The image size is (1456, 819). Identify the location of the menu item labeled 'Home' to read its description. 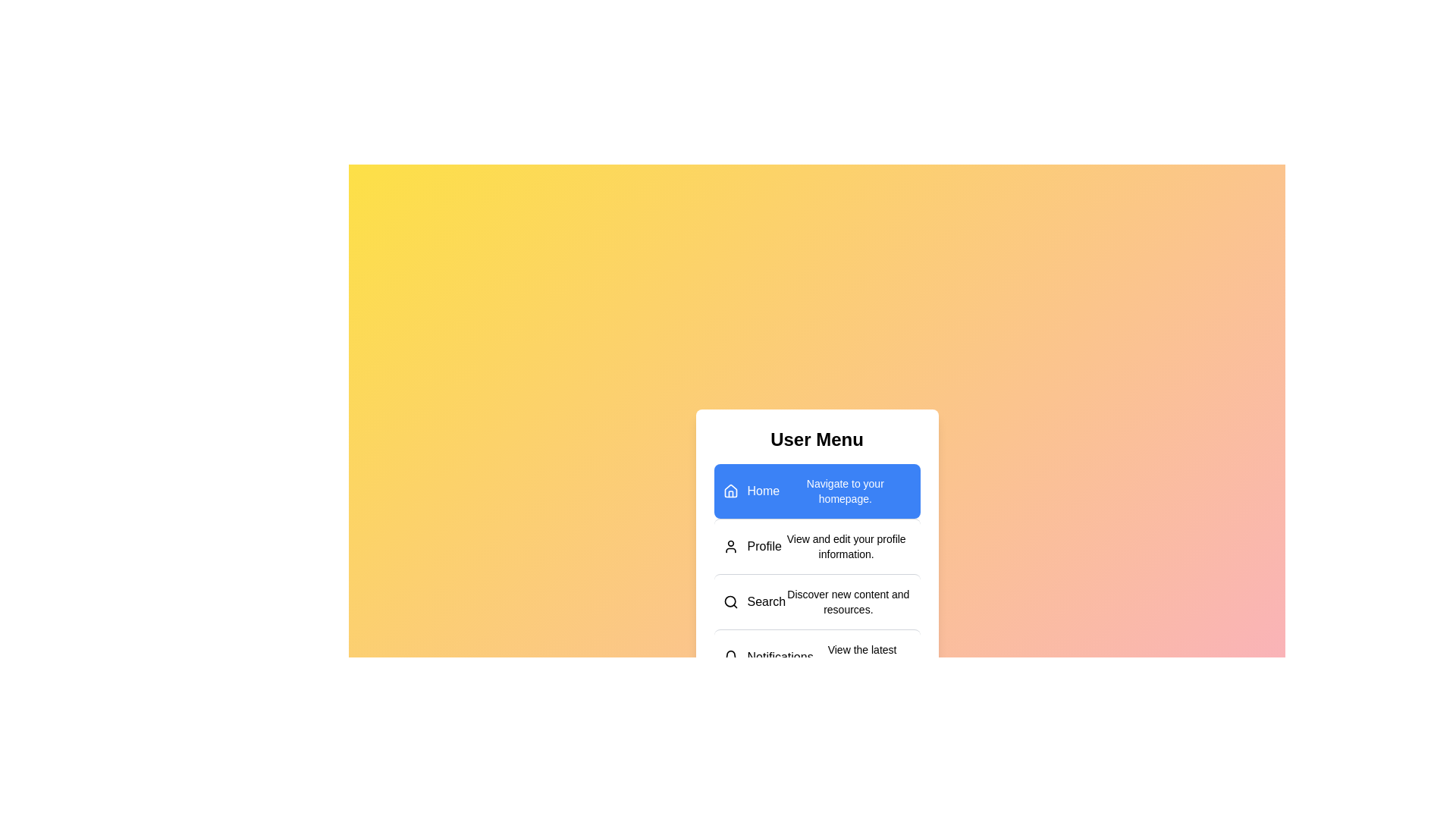
(816, 491).